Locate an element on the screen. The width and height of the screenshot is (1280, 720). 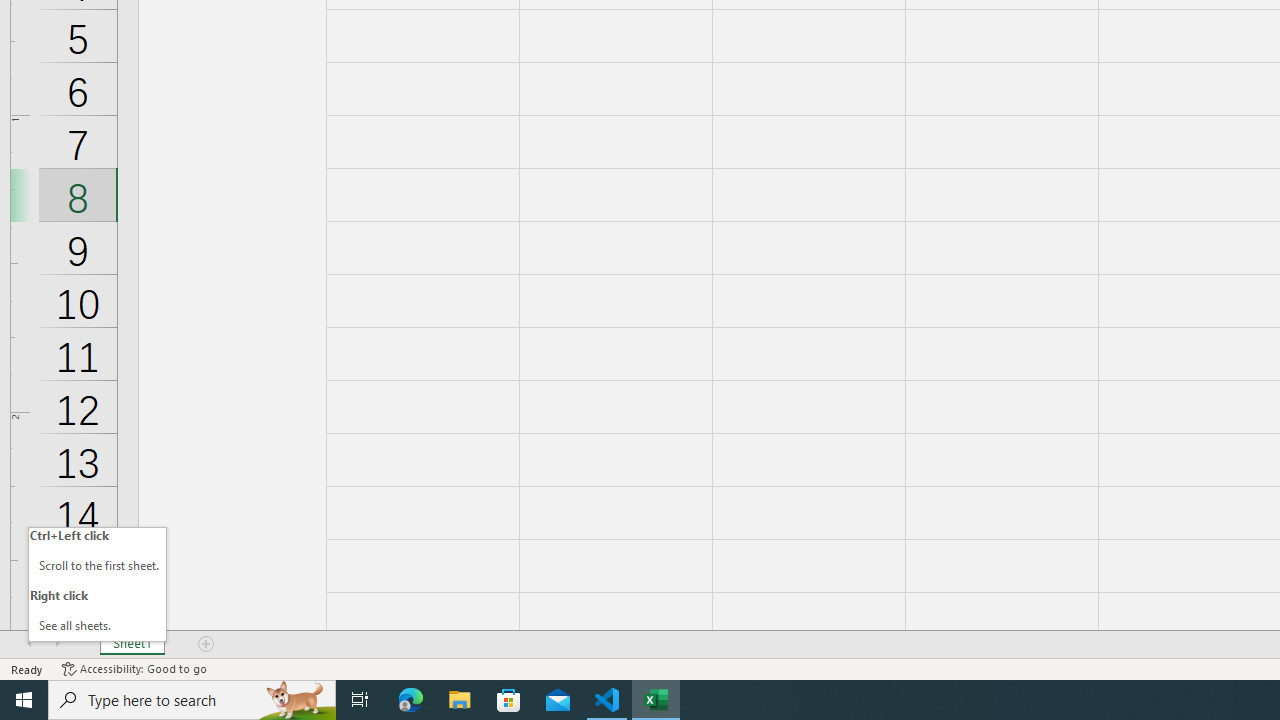
'Accessibility Checker Accessibility: Good to go' is located at coordinates (133, 669).